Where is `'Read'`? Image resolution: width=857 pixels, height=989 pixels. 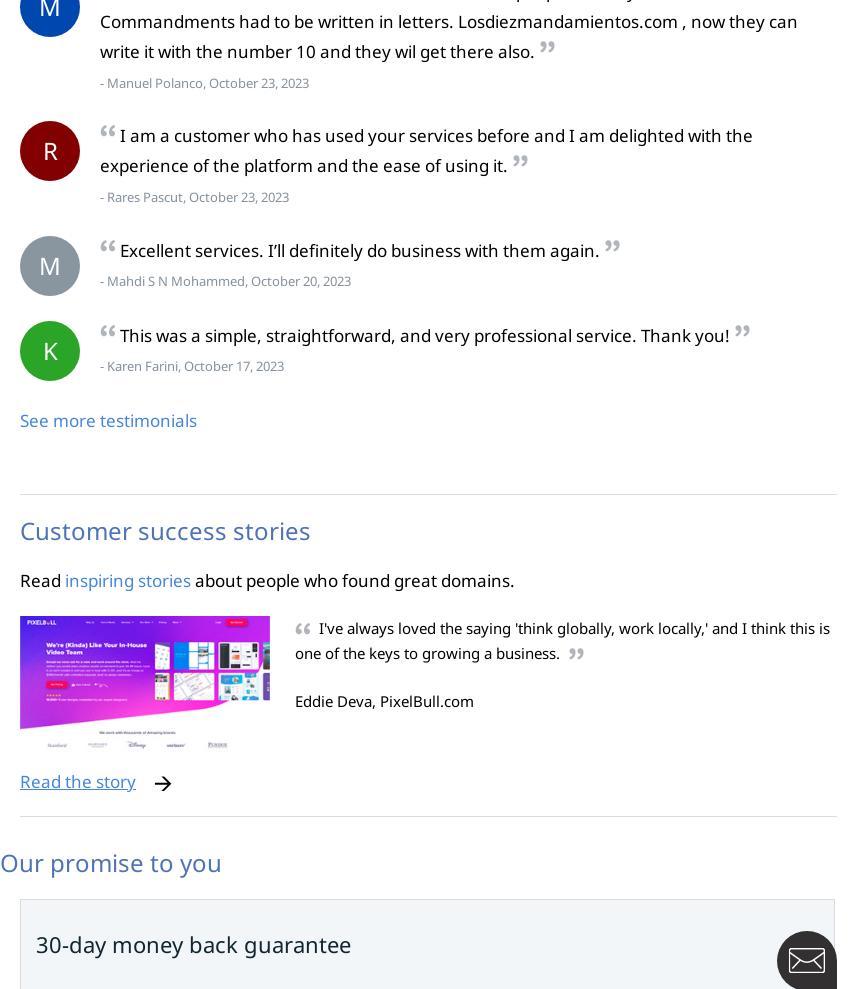 'Read' is located at coordinates (41, 578).